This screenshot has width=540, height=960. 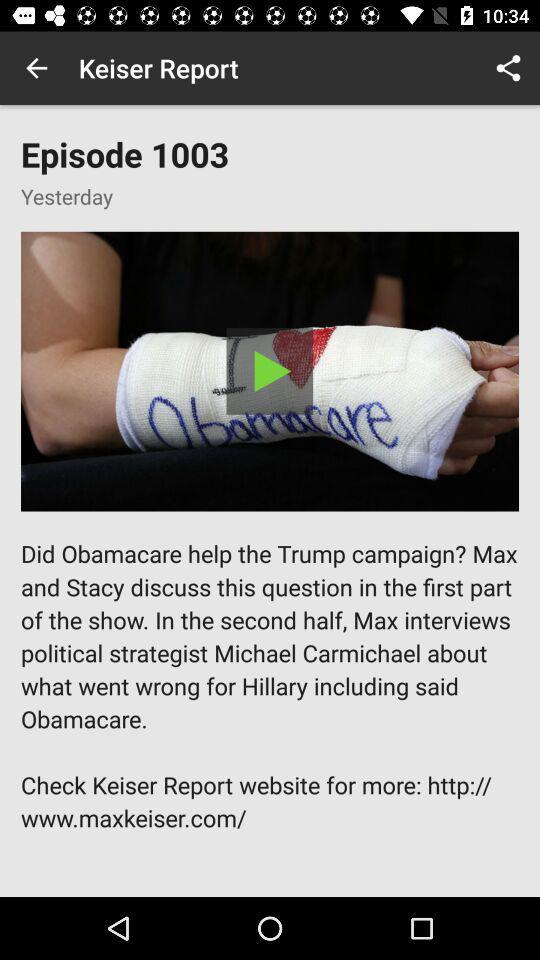 What do you see at coordinates (270, 370) in the screenshot?
I see `video` at bounding box center [270, 370].